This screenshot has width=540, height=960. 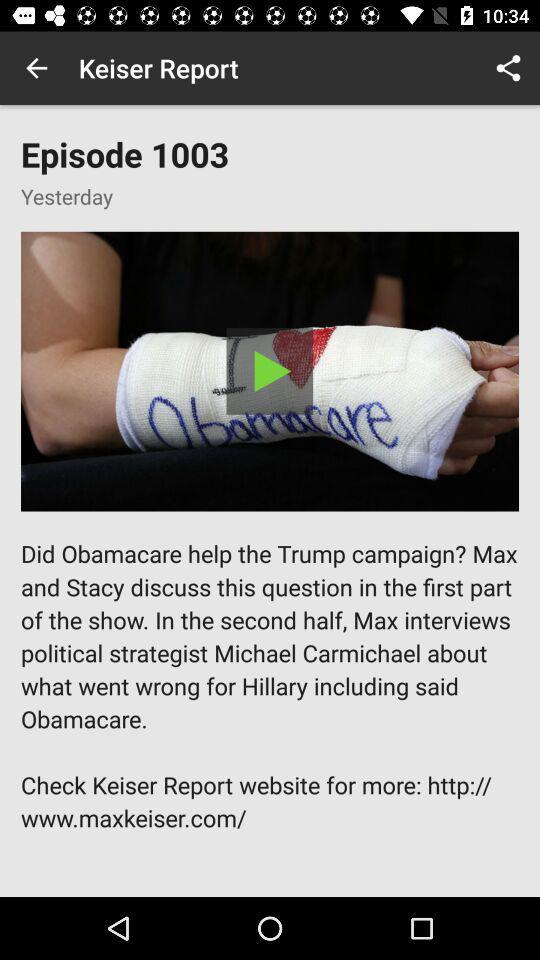 What do you see at coordinates (270, 370) in the screenshot?
I see `video` at bounding box center [270, 370].